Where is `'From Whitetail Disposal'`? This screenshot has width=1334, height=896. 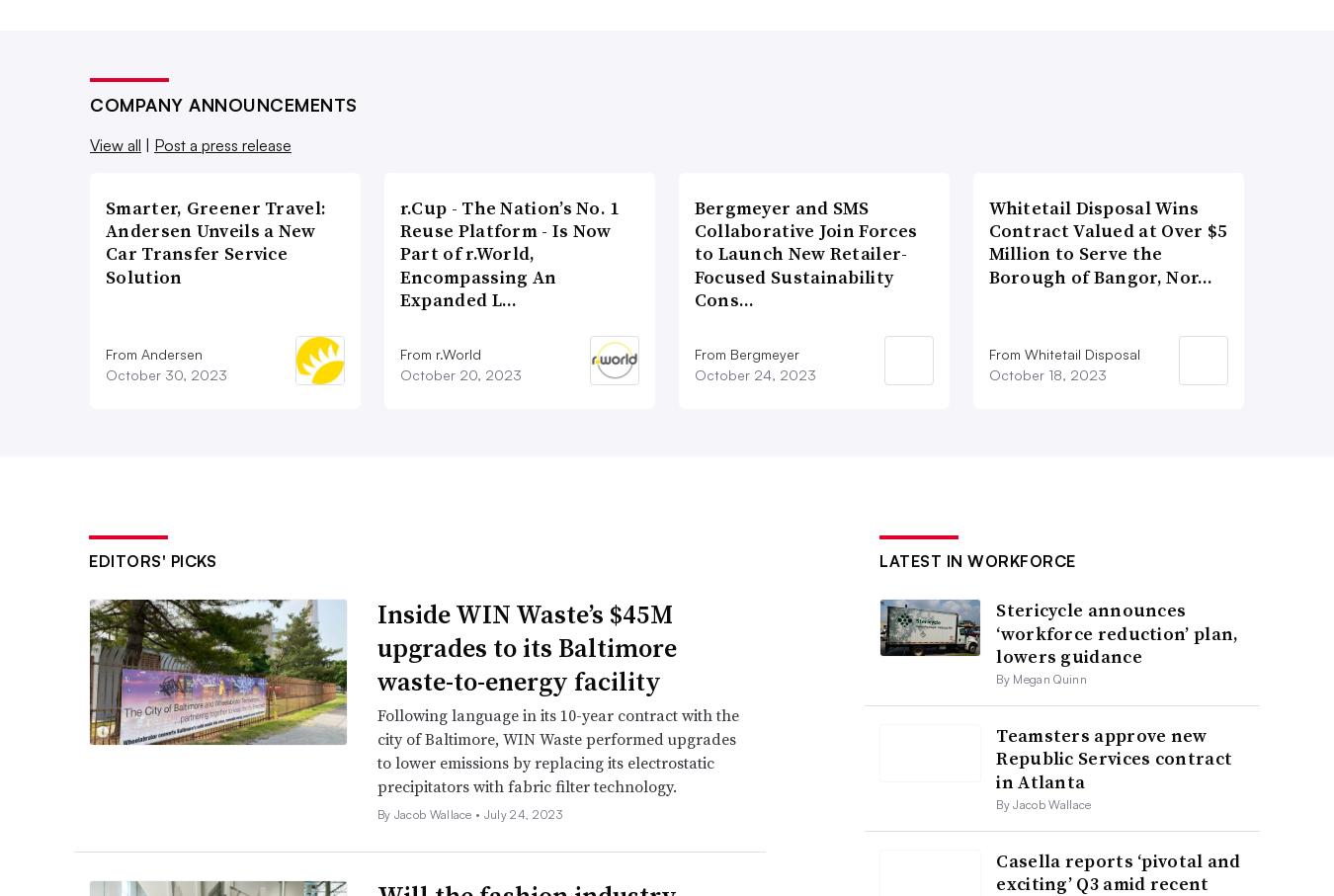
'From Whitetail Disposal' is located at coordinates (986, 352).